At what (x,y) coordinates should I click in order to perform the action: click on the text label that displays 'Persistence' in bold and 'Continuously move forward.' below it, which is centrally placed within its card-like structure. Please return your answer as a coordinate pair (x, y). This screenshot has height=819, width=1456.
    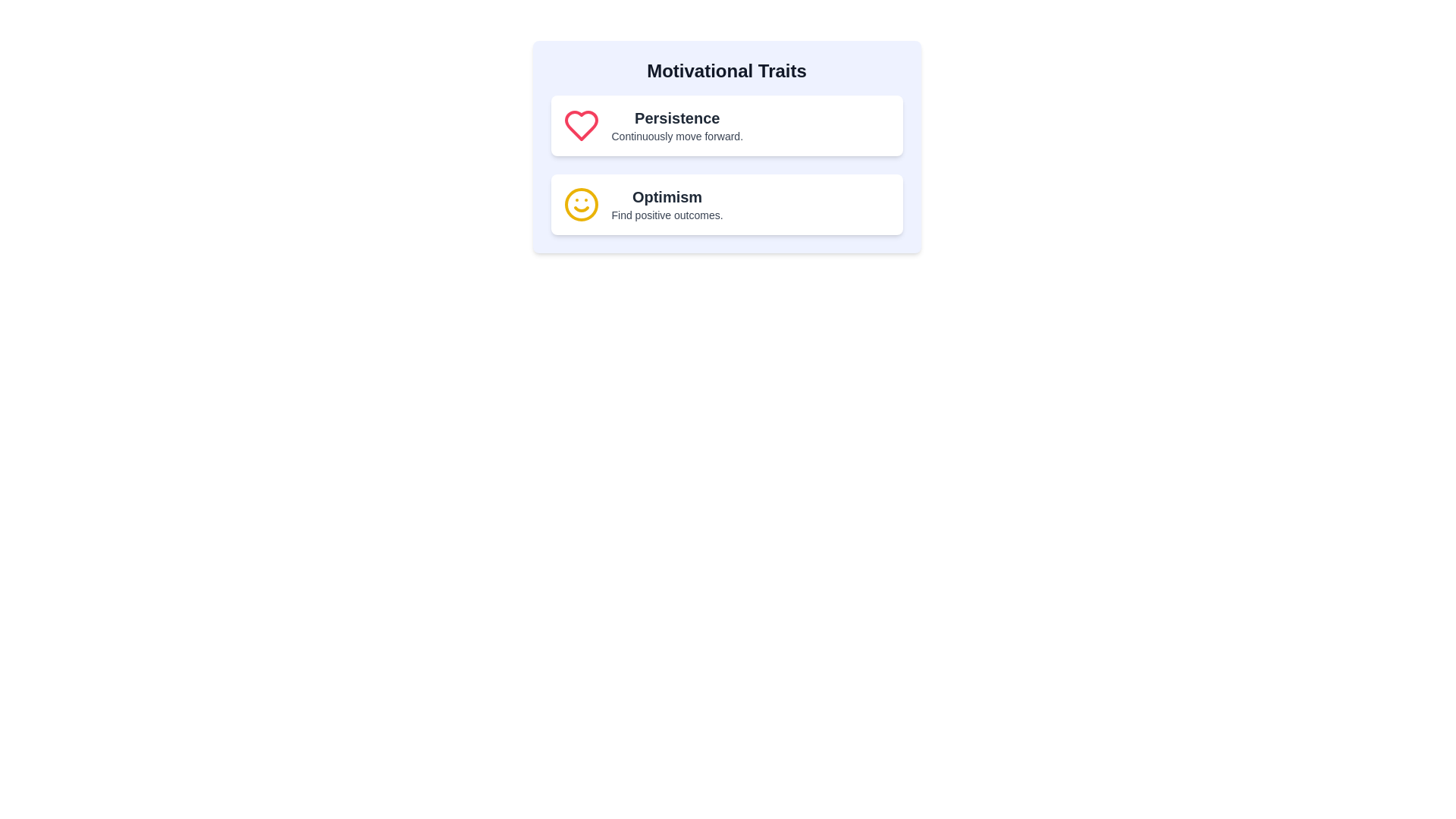
    Looking at the image, I should click on (676, 124).